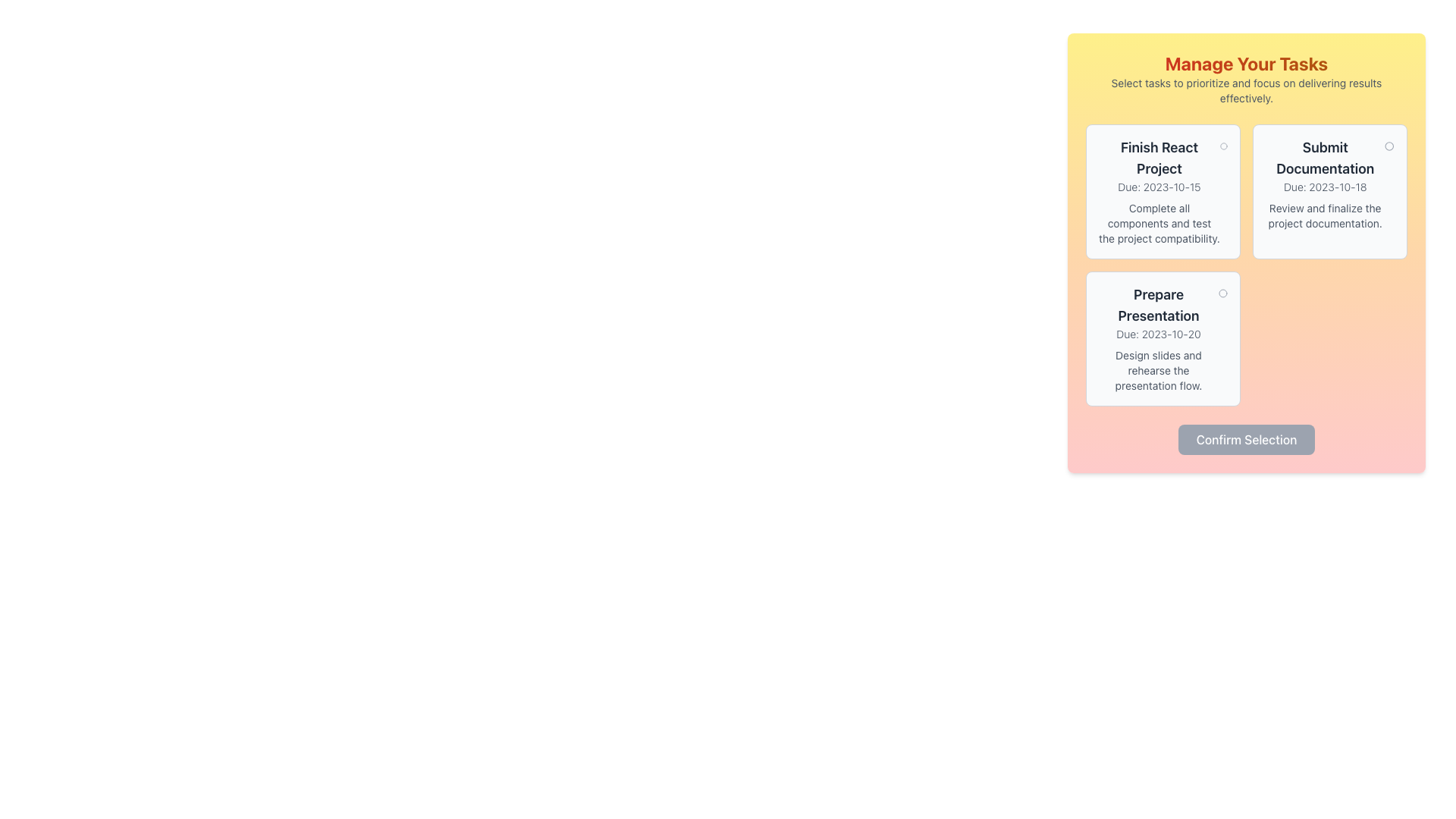 The width and height of the screenshot is (1456, 819). I want to click on the text label displaying 'Prepare Presentation' which is positioned at the top of the lower-left card component, so click(1157, 305).